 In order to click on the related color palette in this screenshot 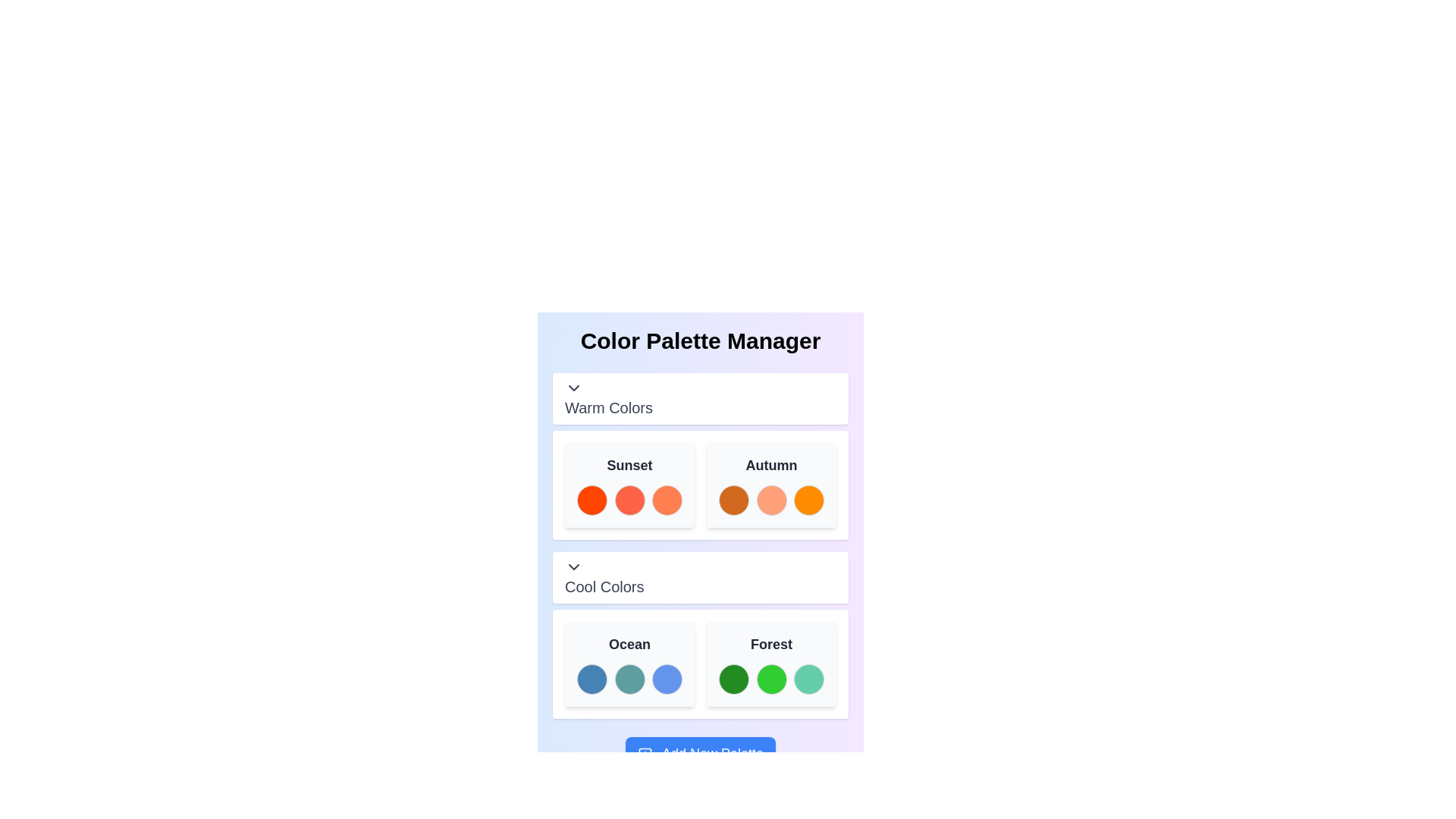, I will do `click(629, 464)`.